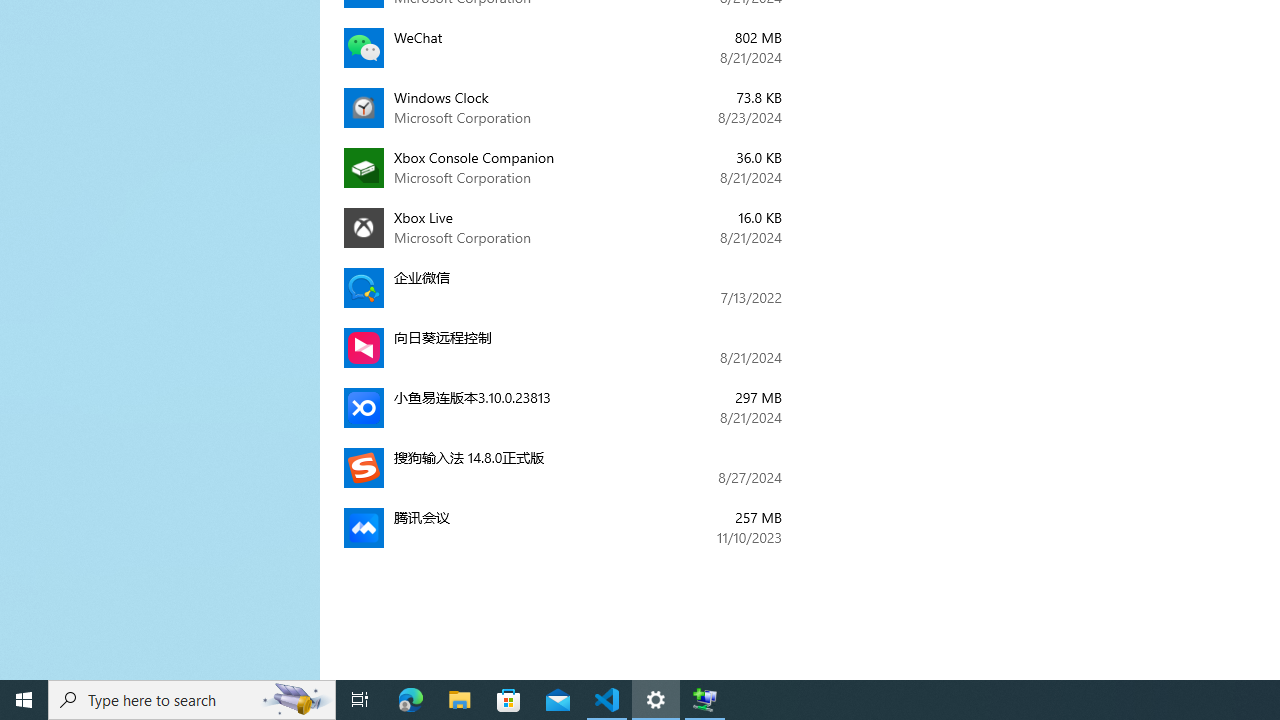  I want to click on 'Task View', so click(359, 698).